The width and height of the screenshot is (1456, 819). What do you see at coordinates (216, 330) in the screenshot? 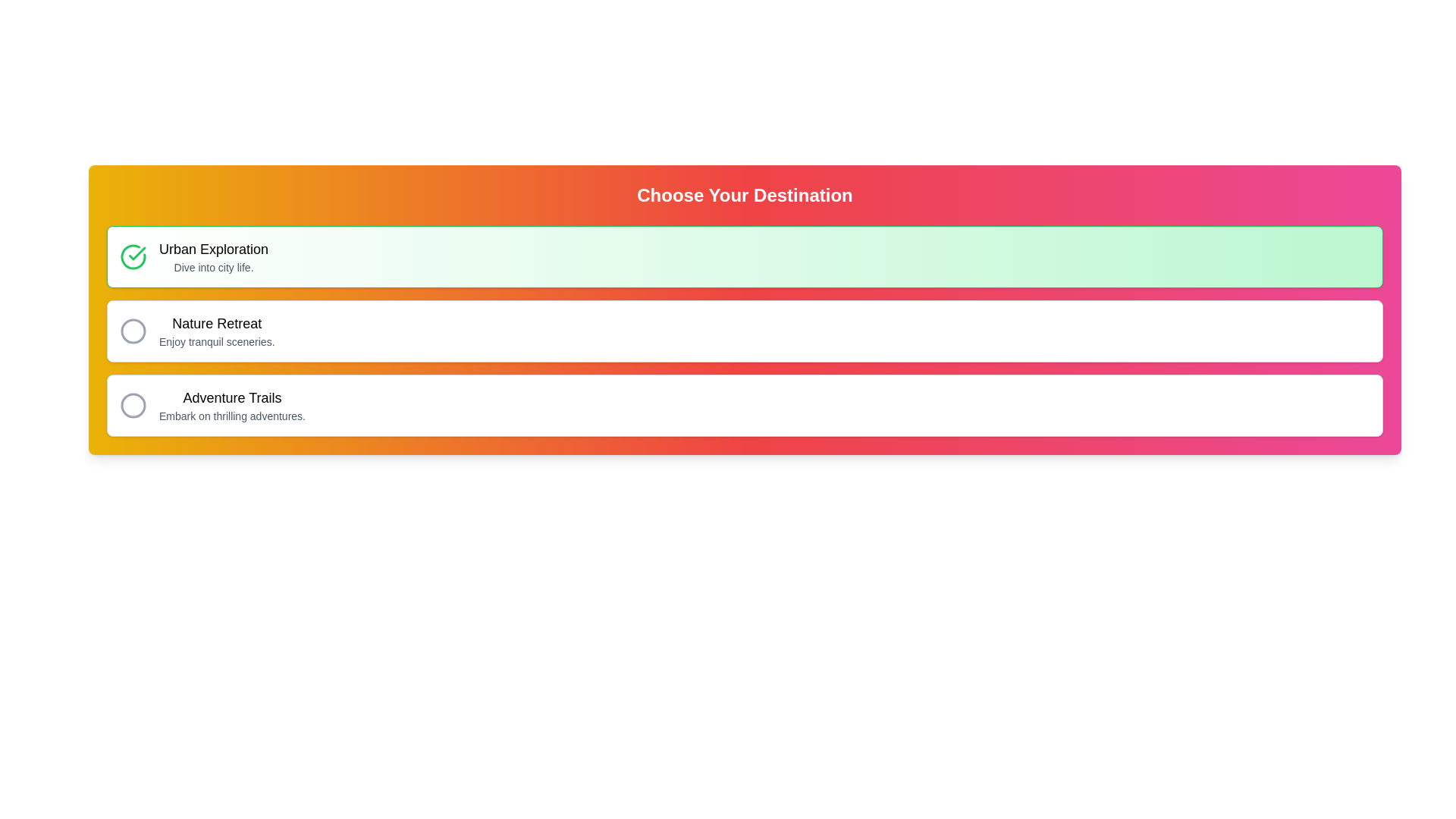
I see `text label with the title 'Nature Retreat' and description 'Enjoy tranquil sceneries.' which is positioned centrally in the middle of a vertical list of options` at bounding box center [216, 330].